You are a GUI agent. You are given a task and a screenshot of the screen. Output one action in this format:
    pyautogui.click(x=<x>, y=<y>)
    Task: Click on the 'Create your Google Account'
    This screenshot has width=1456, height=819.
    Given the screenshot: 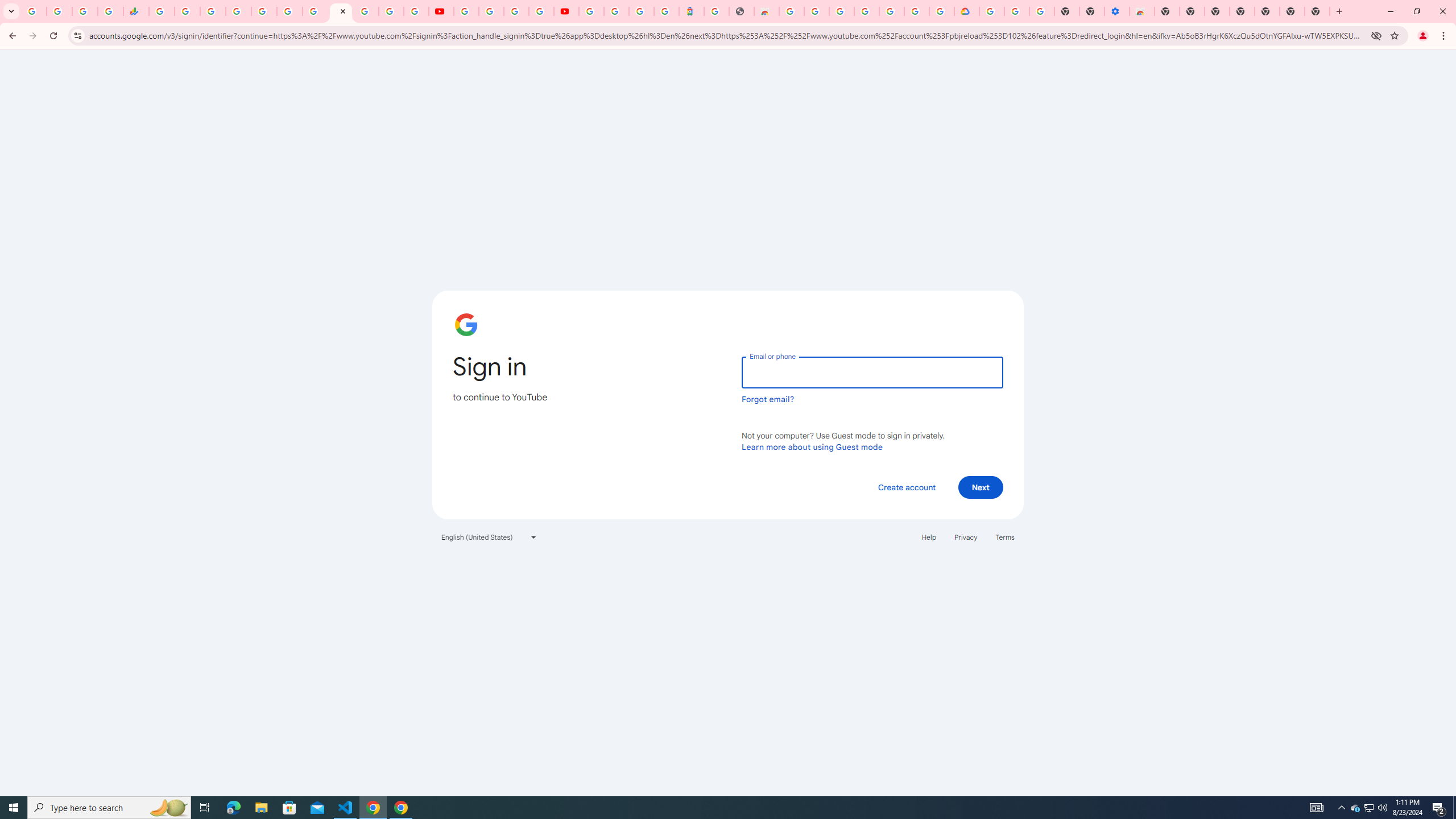 What is the action you would take?
    pyautogui.click(x=516, y=11)
    